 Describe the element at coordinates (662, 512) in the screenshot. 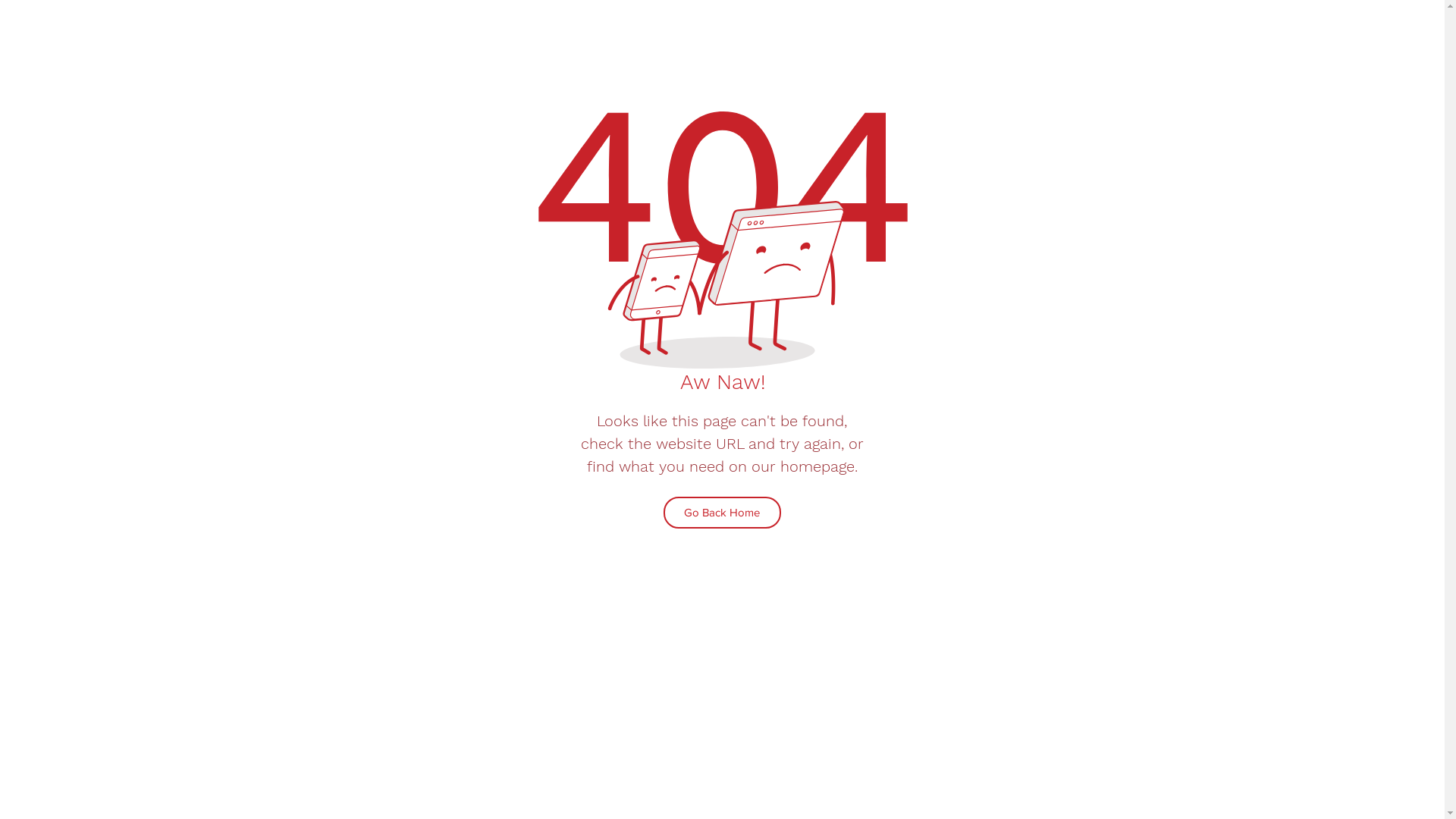

I see `'Go Back Home'` at that location.